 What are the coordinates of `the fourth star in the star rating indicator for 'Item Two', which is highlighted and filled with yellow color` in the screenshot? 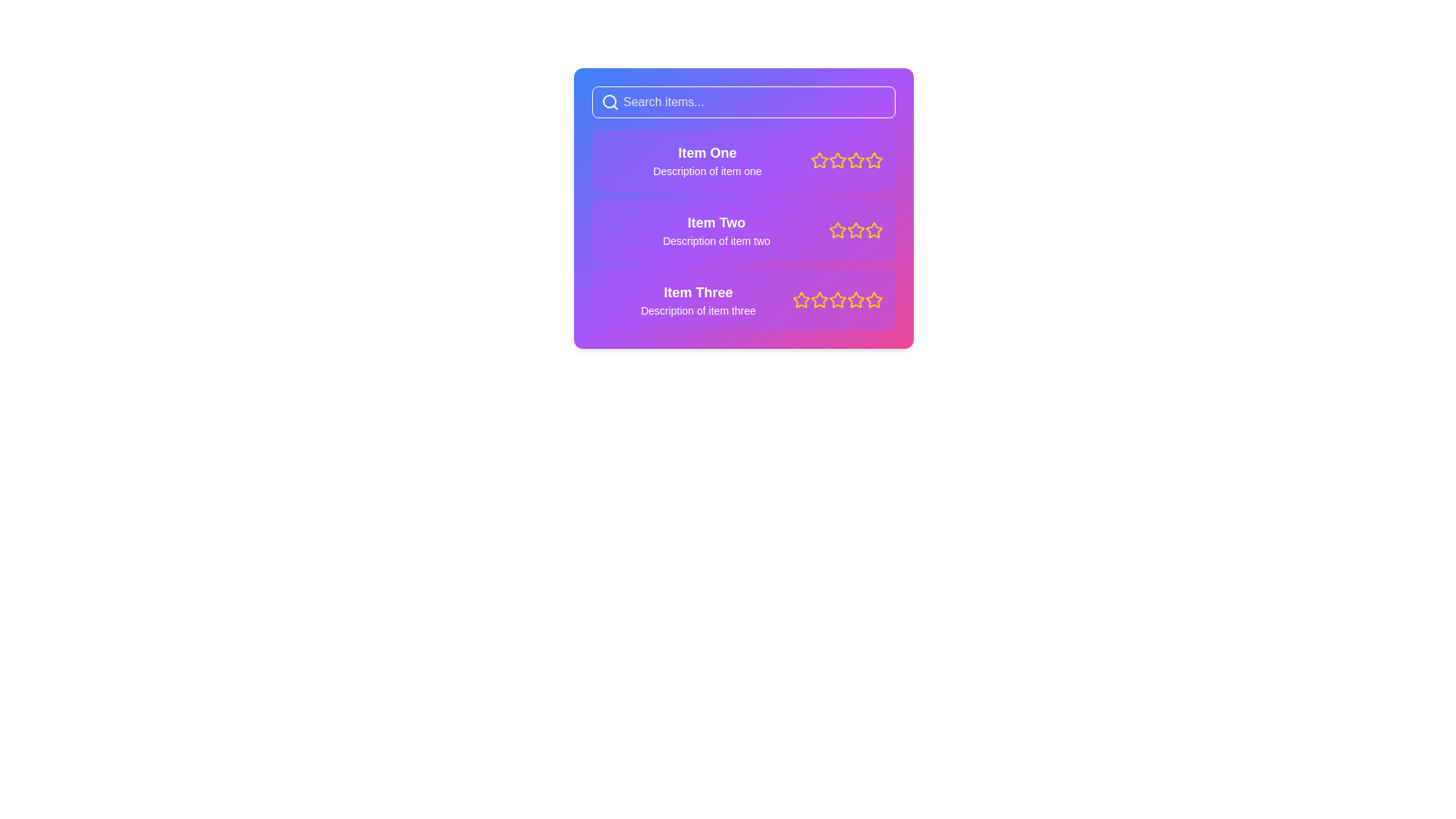 It's located at (874, 230).